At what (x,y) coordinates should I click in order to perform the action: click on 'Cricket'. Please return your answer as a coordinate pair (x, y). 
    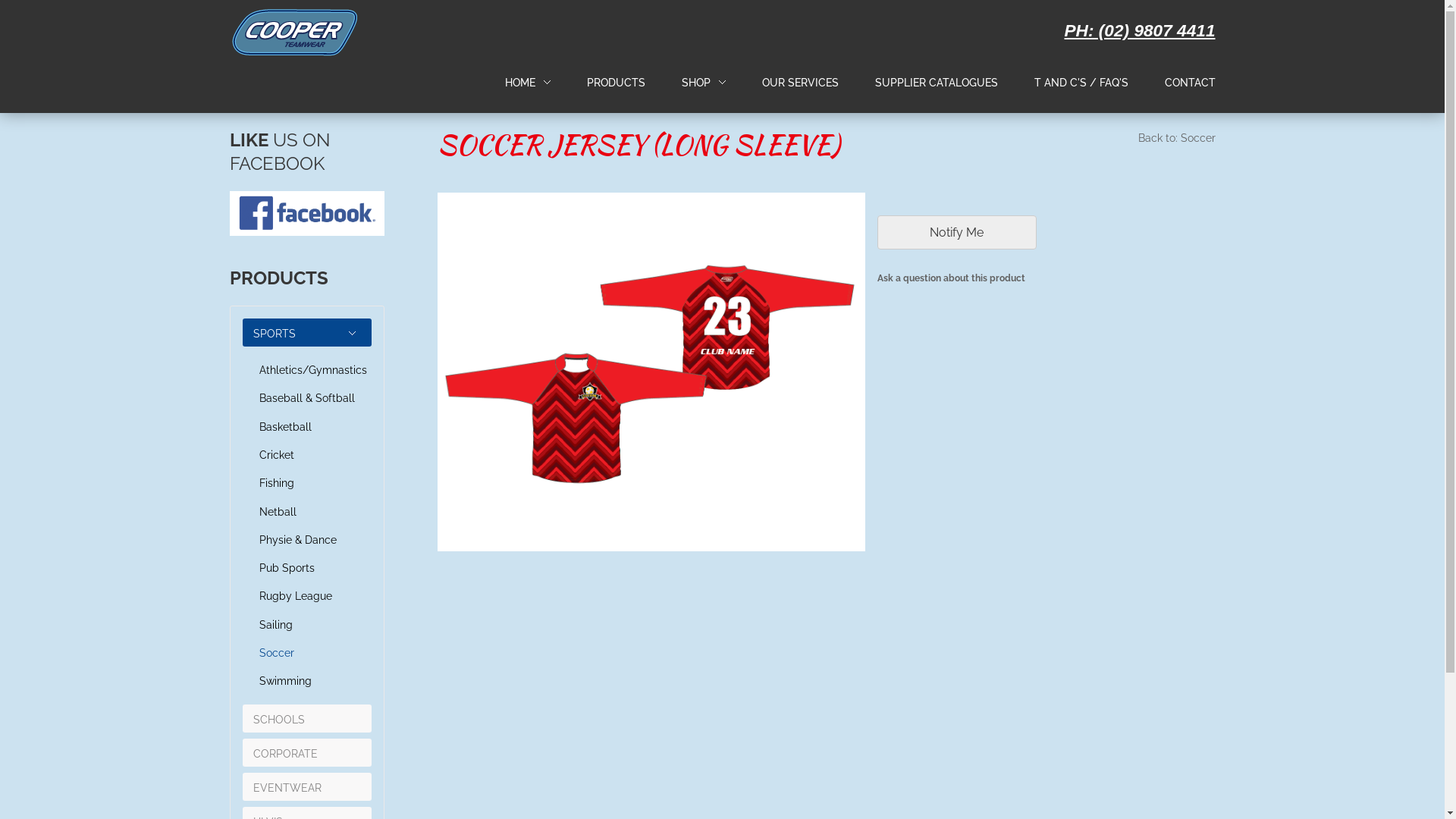
    Looking at the image, I should click on (253, 454).